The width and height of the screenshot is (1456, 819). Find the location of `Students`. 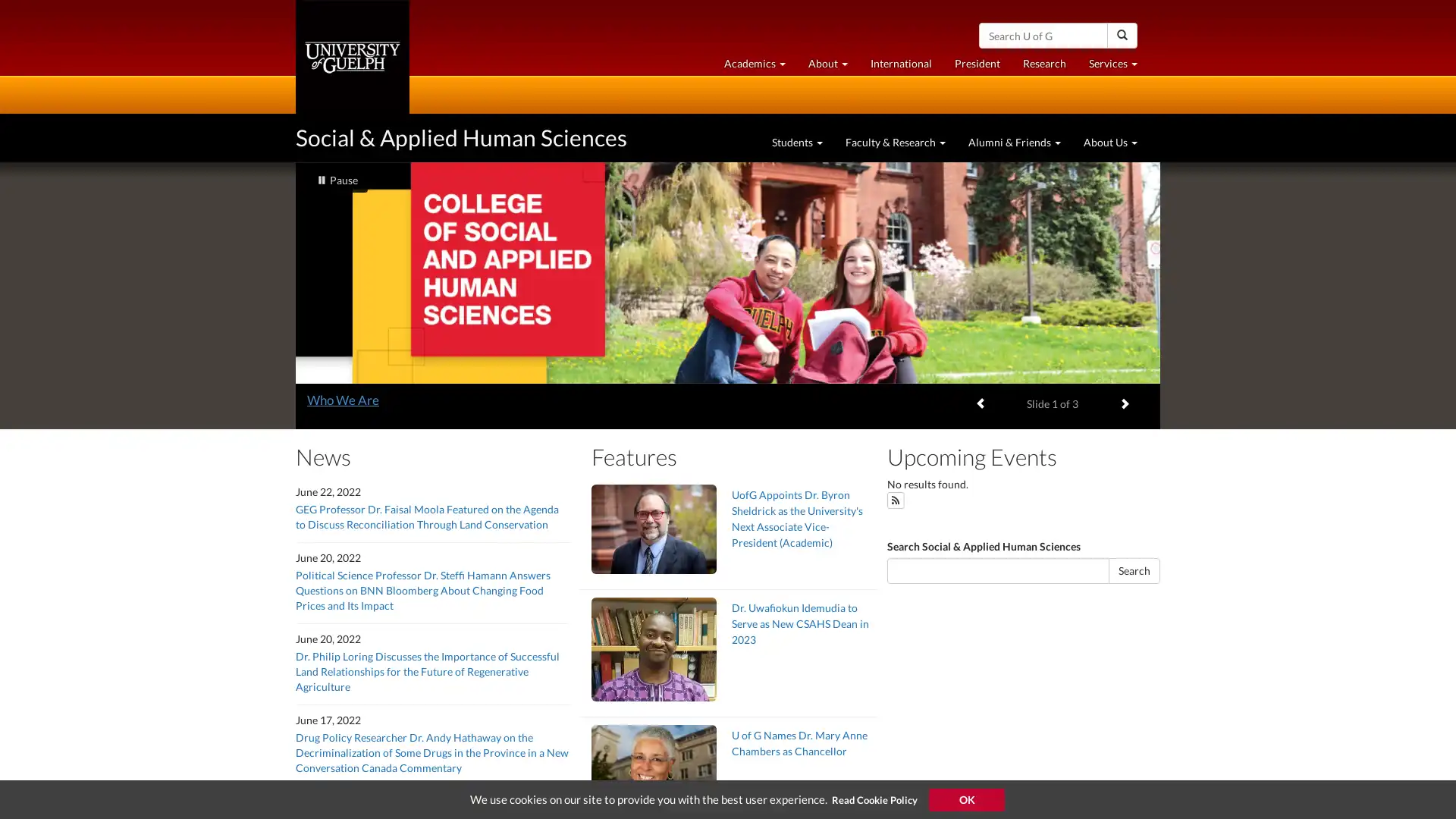

Students is located at coordinates (796, 143).